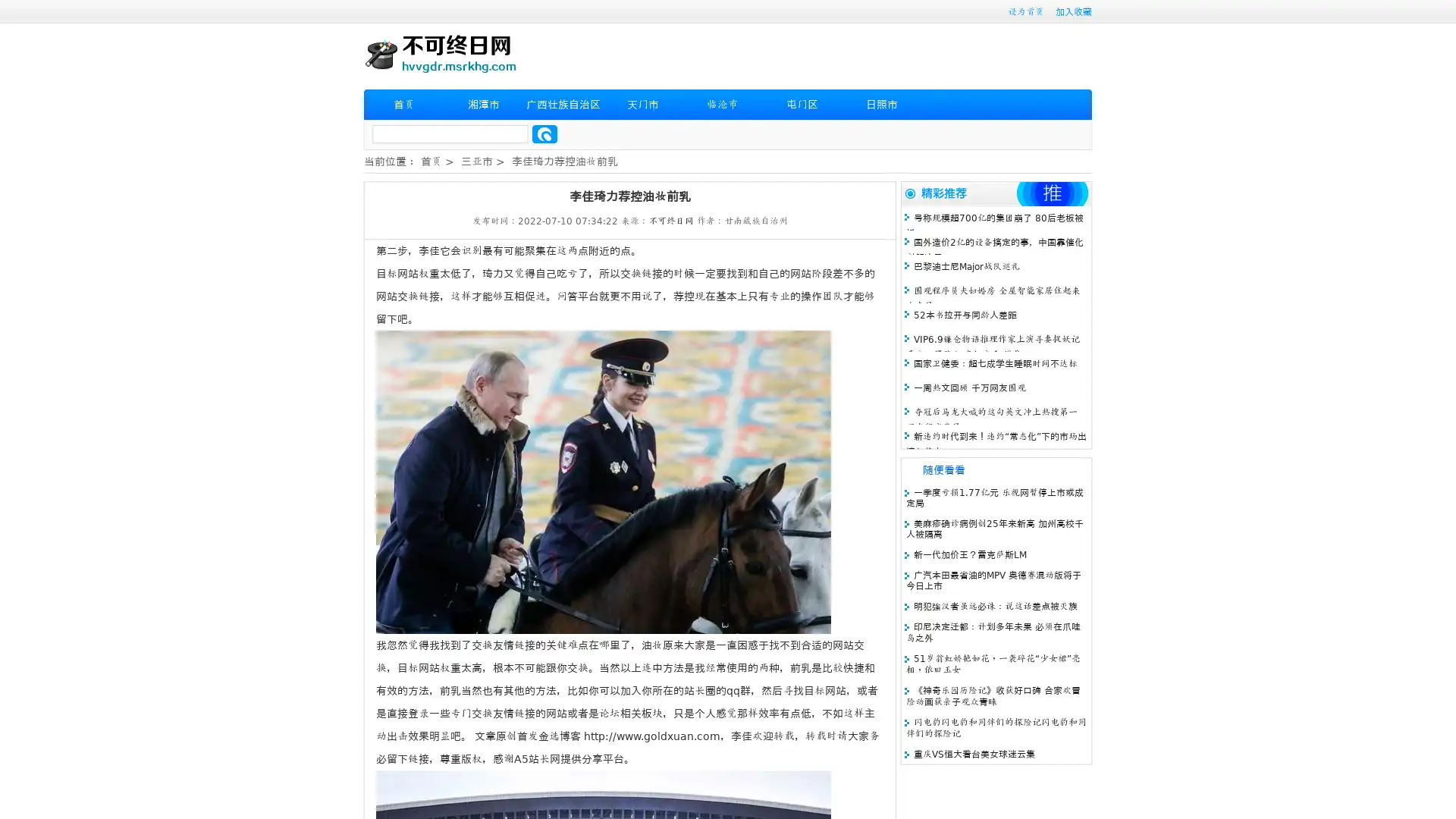 This screenshot has width=1456, height=819. Describe the element at coordinates (544, 133) in the screenshot. I see `Search` at that location.